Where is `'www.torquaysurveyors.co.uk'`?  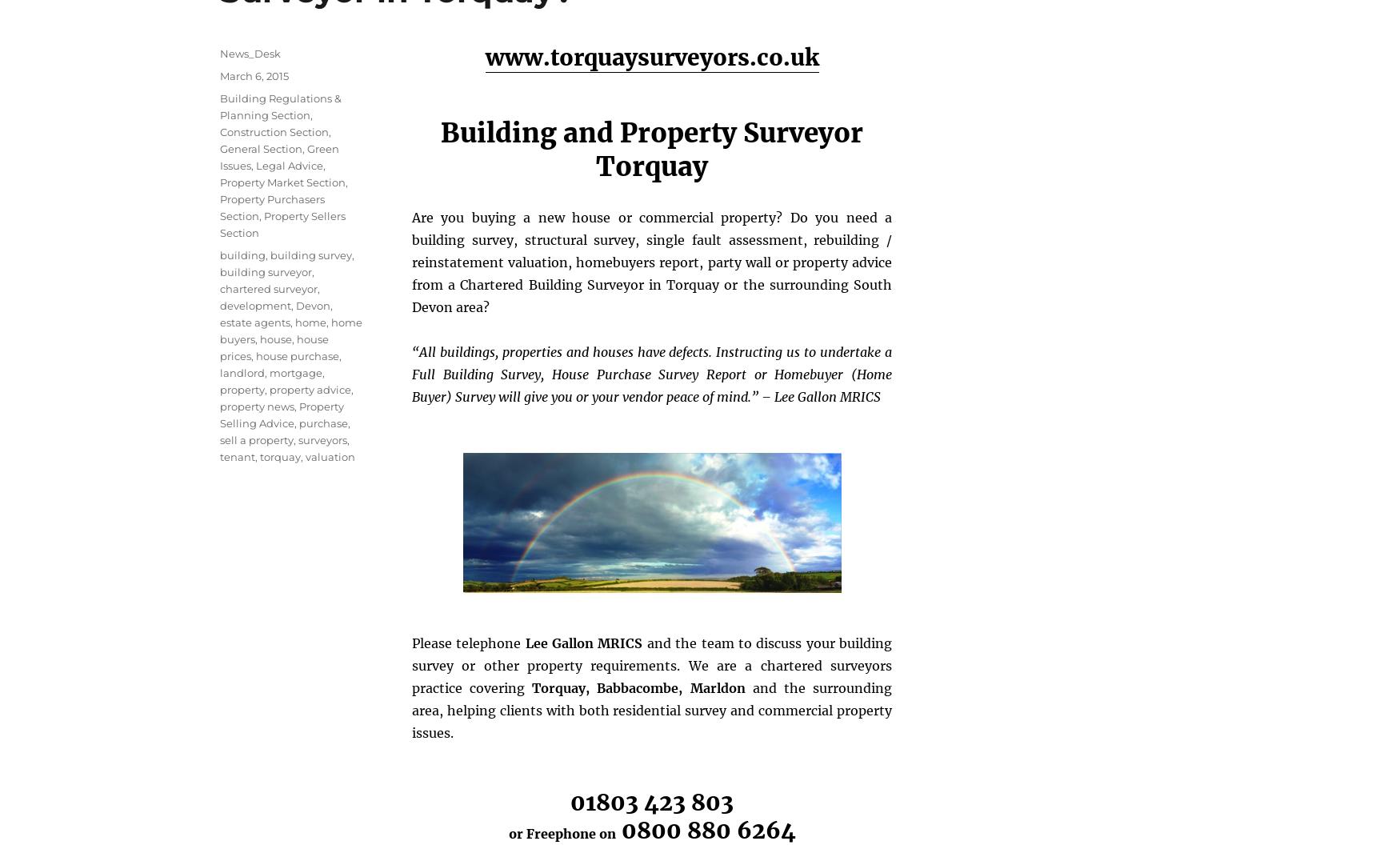
'www.torquaysurveyors.co.uk' is located at coordinates (651, 56).